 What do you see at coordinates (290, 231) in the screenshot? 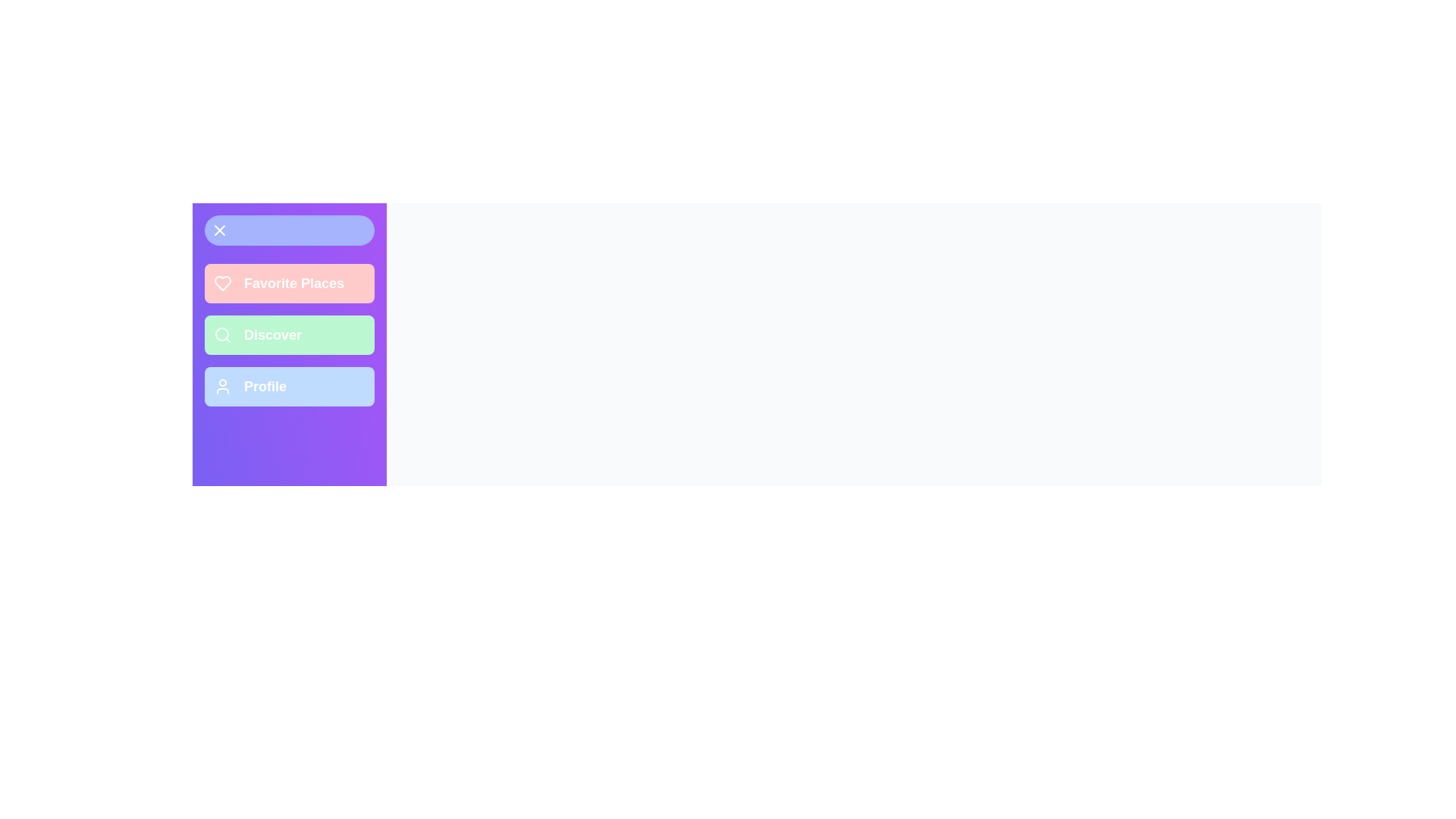
I see `button in the top-left corner to toggle the drawer` at bounding box center [290, 231].